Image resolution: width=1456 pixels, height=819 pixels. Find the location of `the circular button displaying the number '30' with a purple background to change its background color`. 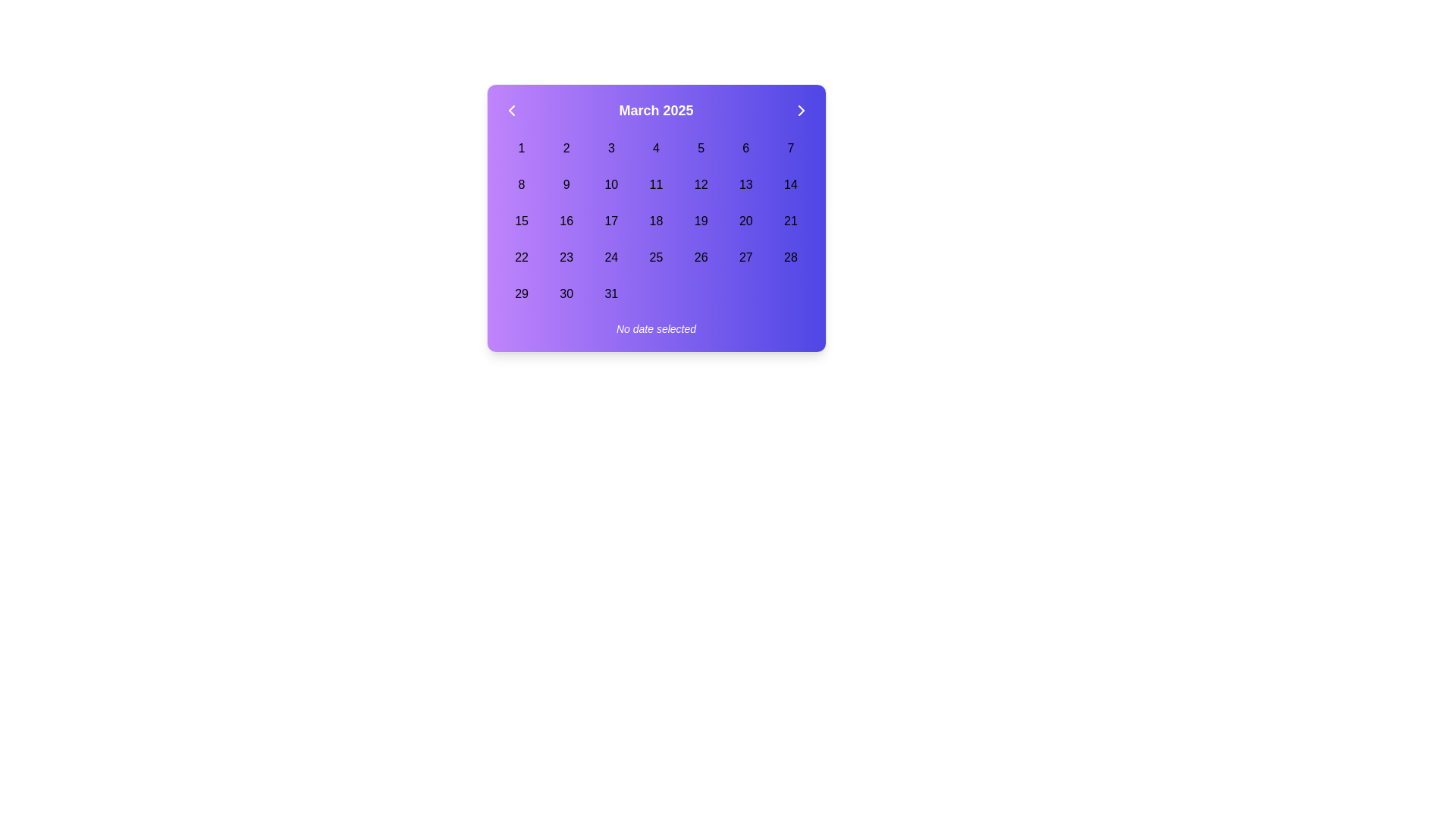

the circular button displaying the number '30' with a purple background to change its background color is located at coordinates (566, 294).